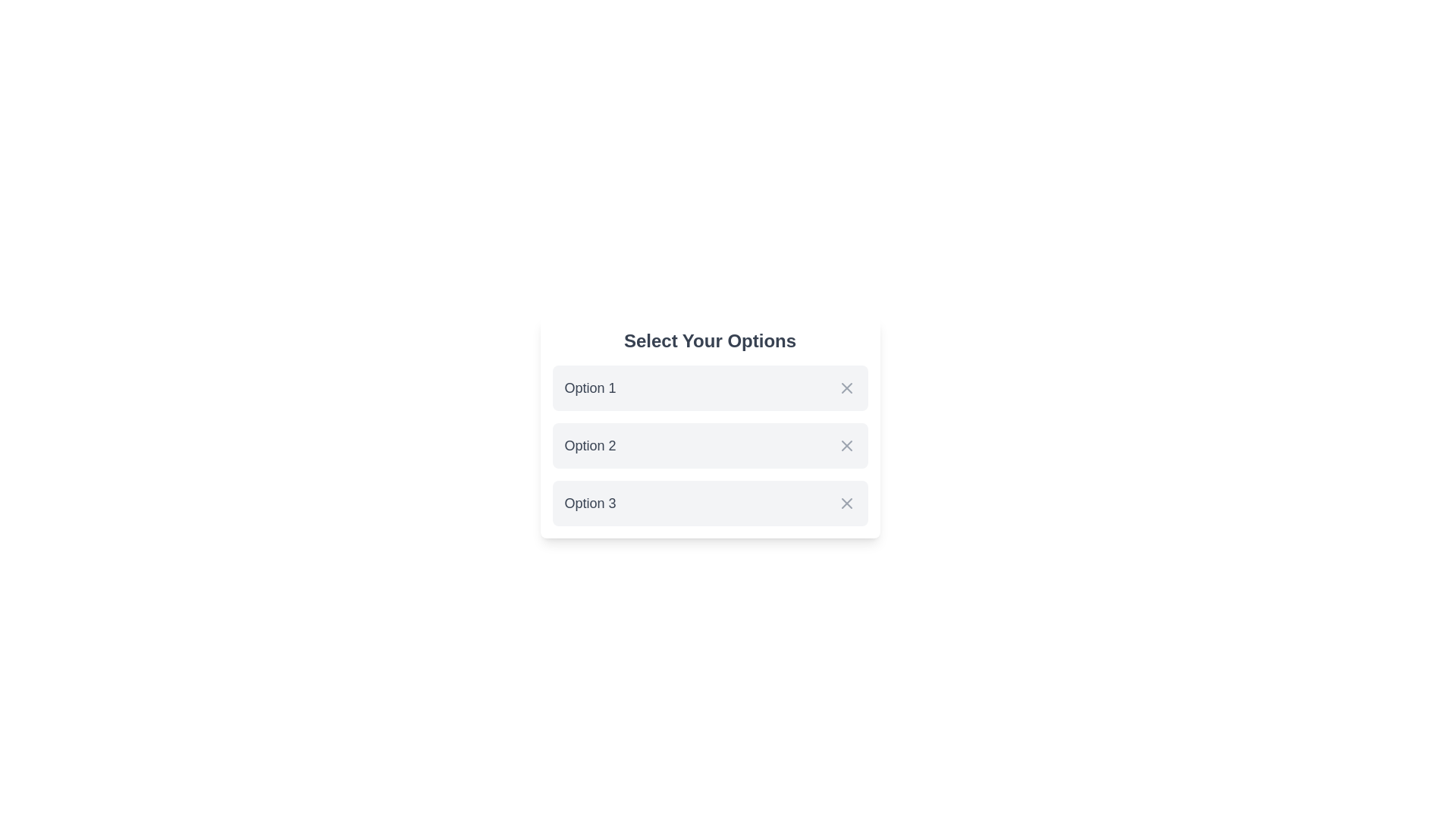 The image size is (1456, 819). I want to click on the first text label within the horizontally aligned selection box, which represents the second option in the vertical list, so click(589, 444).